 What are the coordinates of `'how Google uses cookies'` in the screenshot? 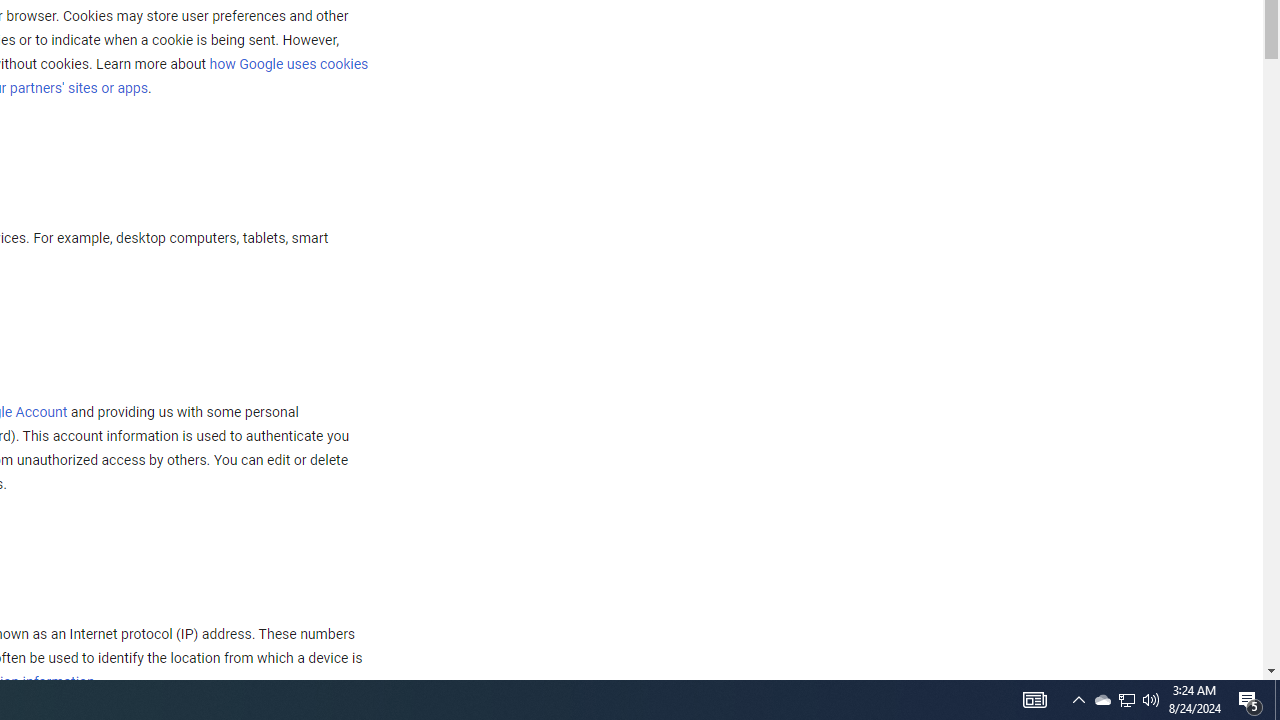 It's located at (287, 62).